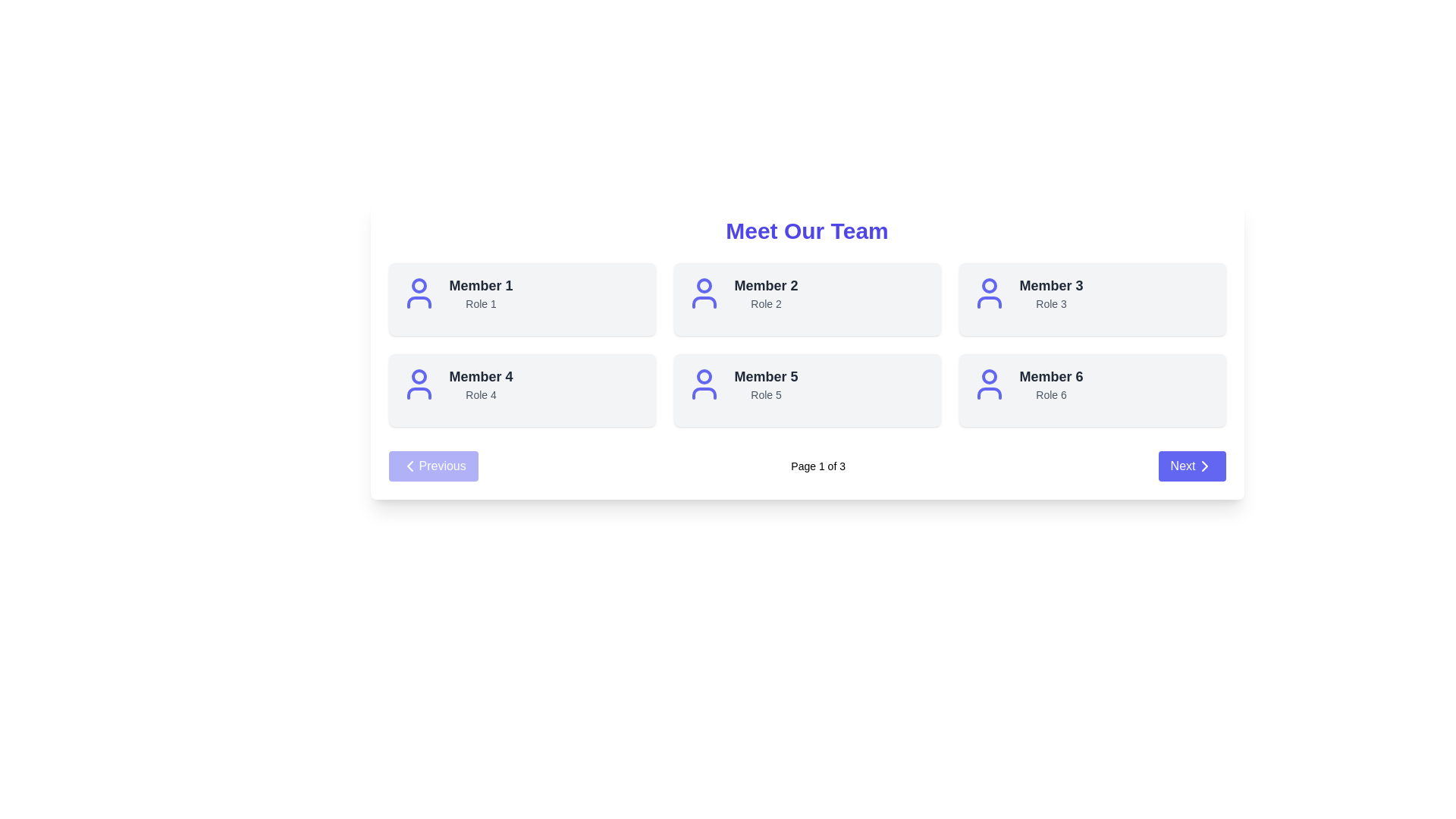 Image resolution: width=1456 pixels, height=819 pixels. I want to click on the Profile card displaying 'Member 6' and 'Role 6' located in the bottom-right corner of the grid, adjacent to the 'Next' button, so click(1092, 390).